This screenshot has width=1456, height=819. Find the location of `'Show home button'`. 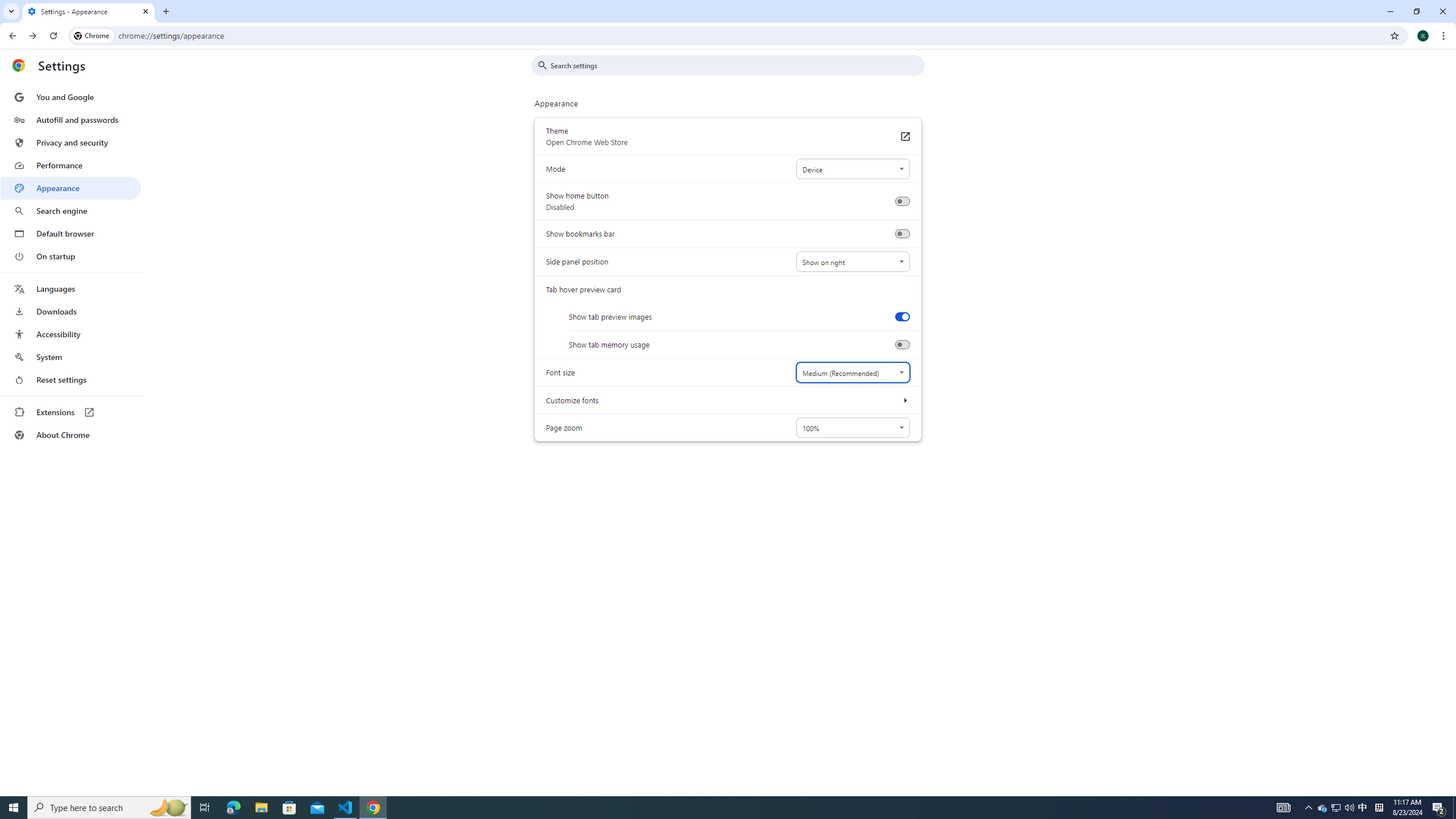

'Show home button' is located at coordinates (901, 201).